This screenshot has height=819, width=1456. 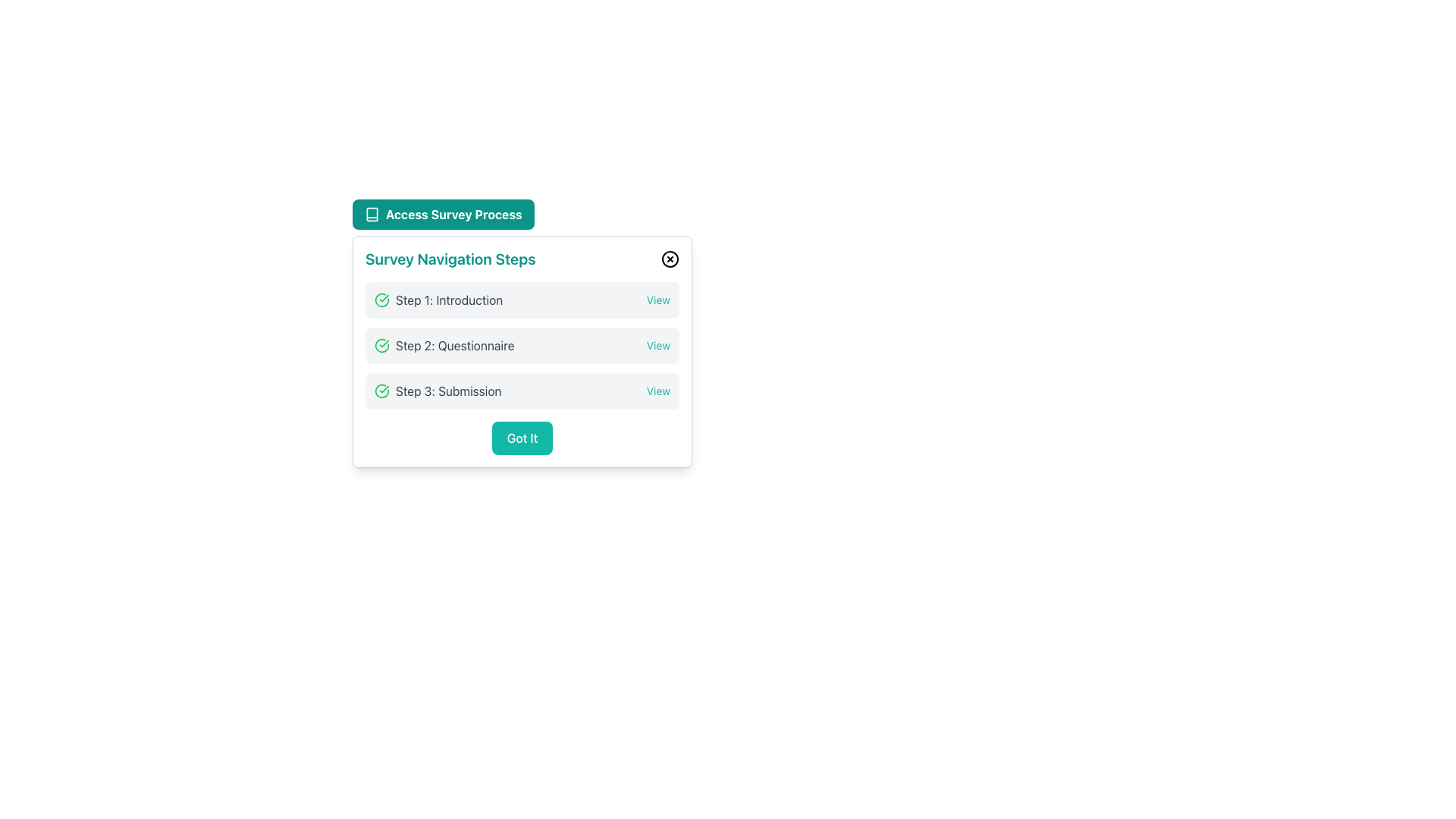 I want to click on the circular green checkmark icon, which indicates completion and is located to the left of the 'Step 2: Questionnaire' text, so click(x=382, y=345).